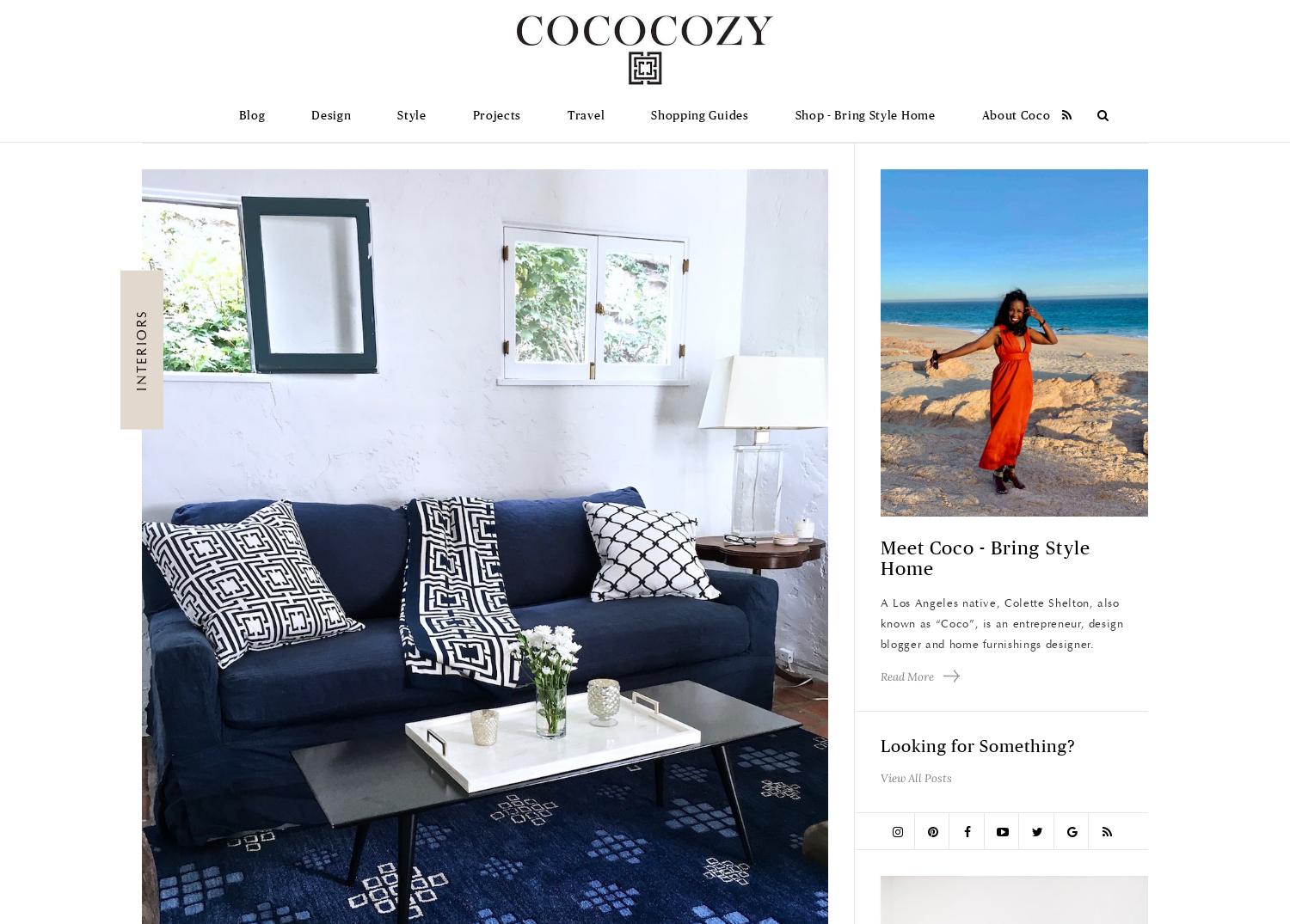  What do you see at coordinates (251, 115) in the screenshot?
I see `'Blog'` at bounding box center [251, 115].